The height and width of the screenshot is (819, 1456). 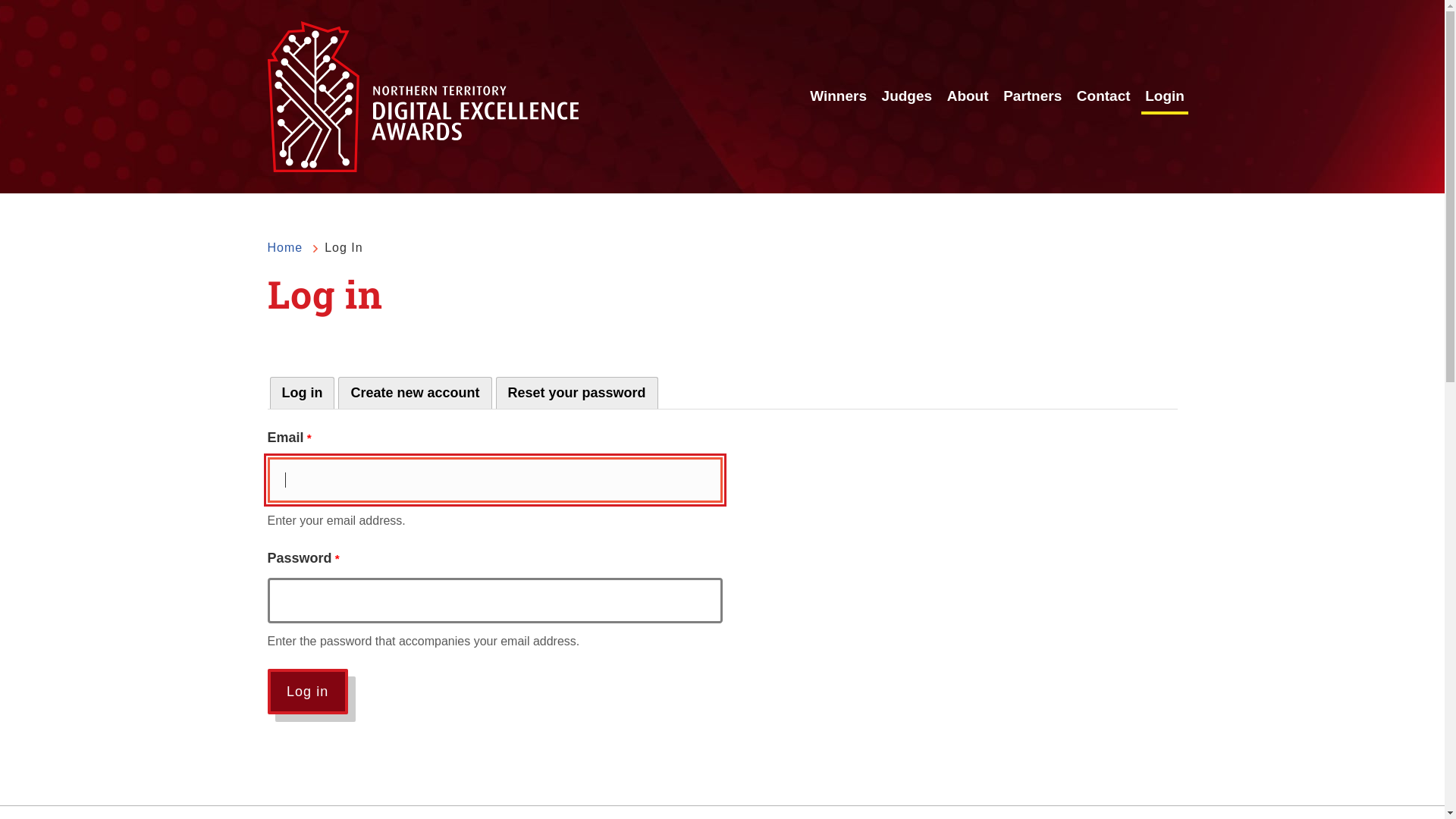 What do you see at coordinates (1103, 96) in the screenshot?
I see `'Contact'` at bounding box center [1103, 96].